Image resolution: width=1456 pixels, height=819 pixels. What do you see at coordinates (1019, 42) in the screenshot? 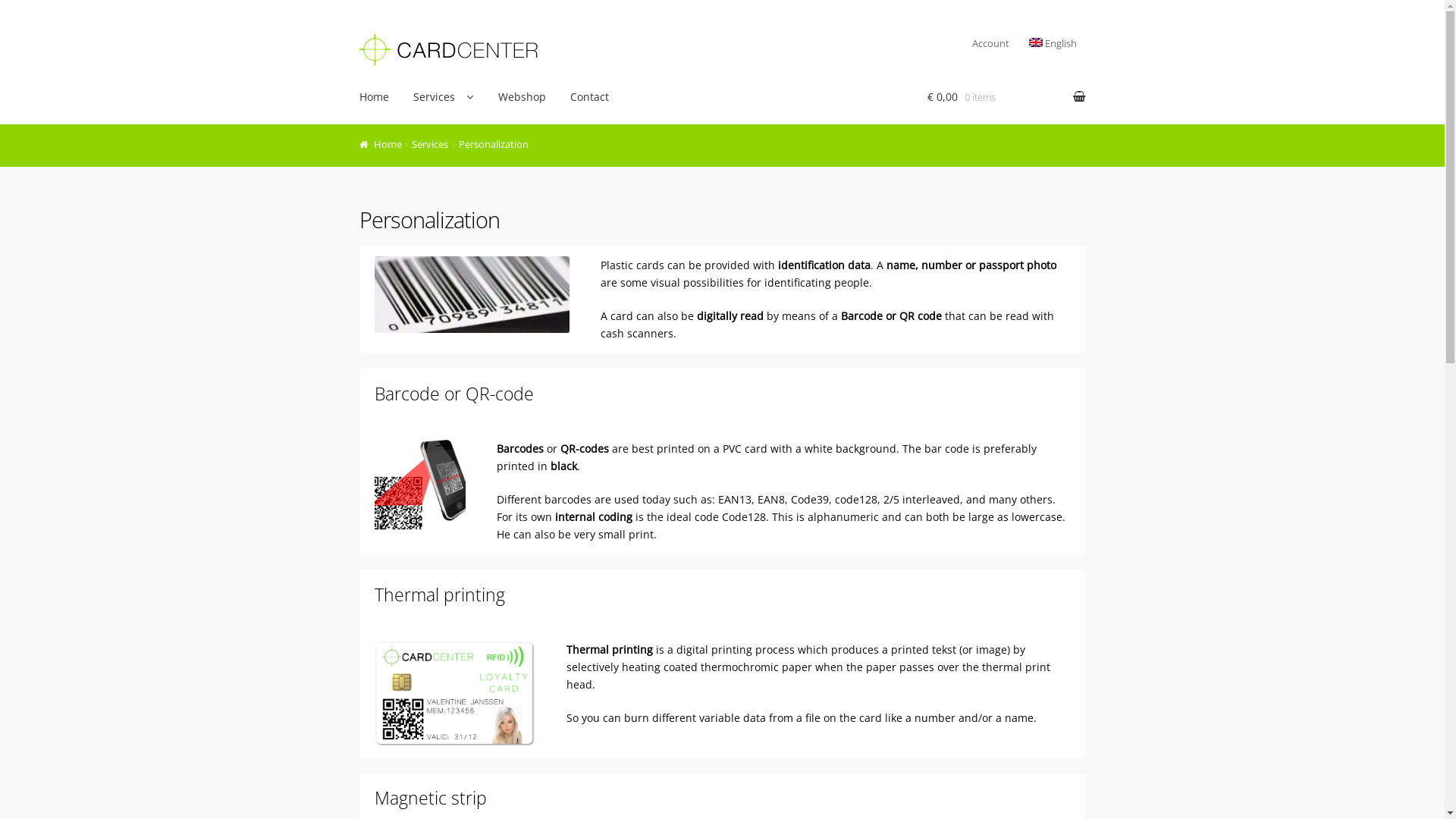
I see `'English'` at bounding box center [1019, 42].